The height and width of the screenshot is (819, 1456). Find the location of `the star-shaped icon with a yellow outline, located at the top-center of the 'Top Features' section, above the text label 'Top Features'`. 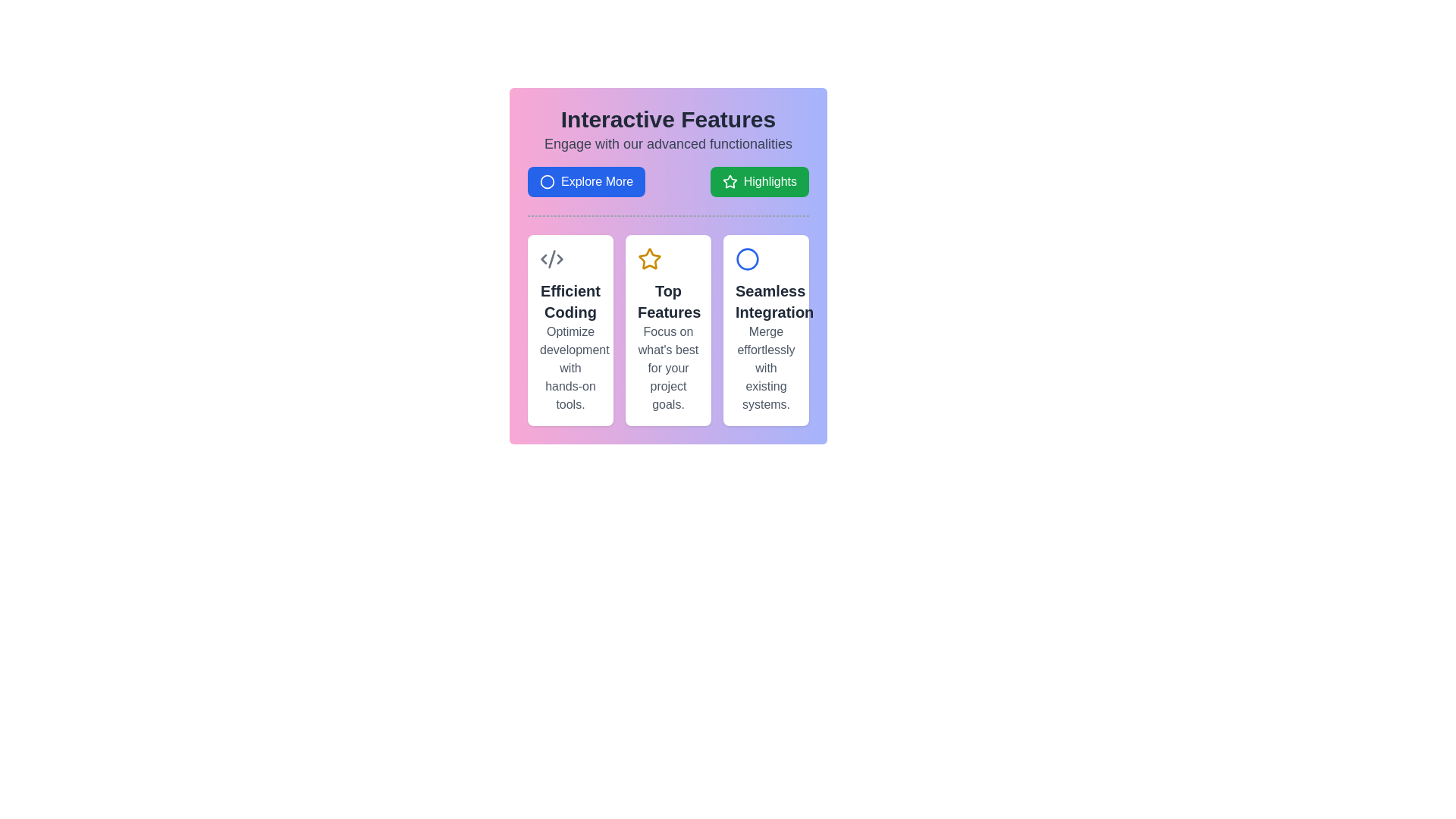

the star-shaped icon with a yellow outline, located at the top-center of the 'Top Features' section, above the text label 'Top Features' is located at coordinates (650, 259).